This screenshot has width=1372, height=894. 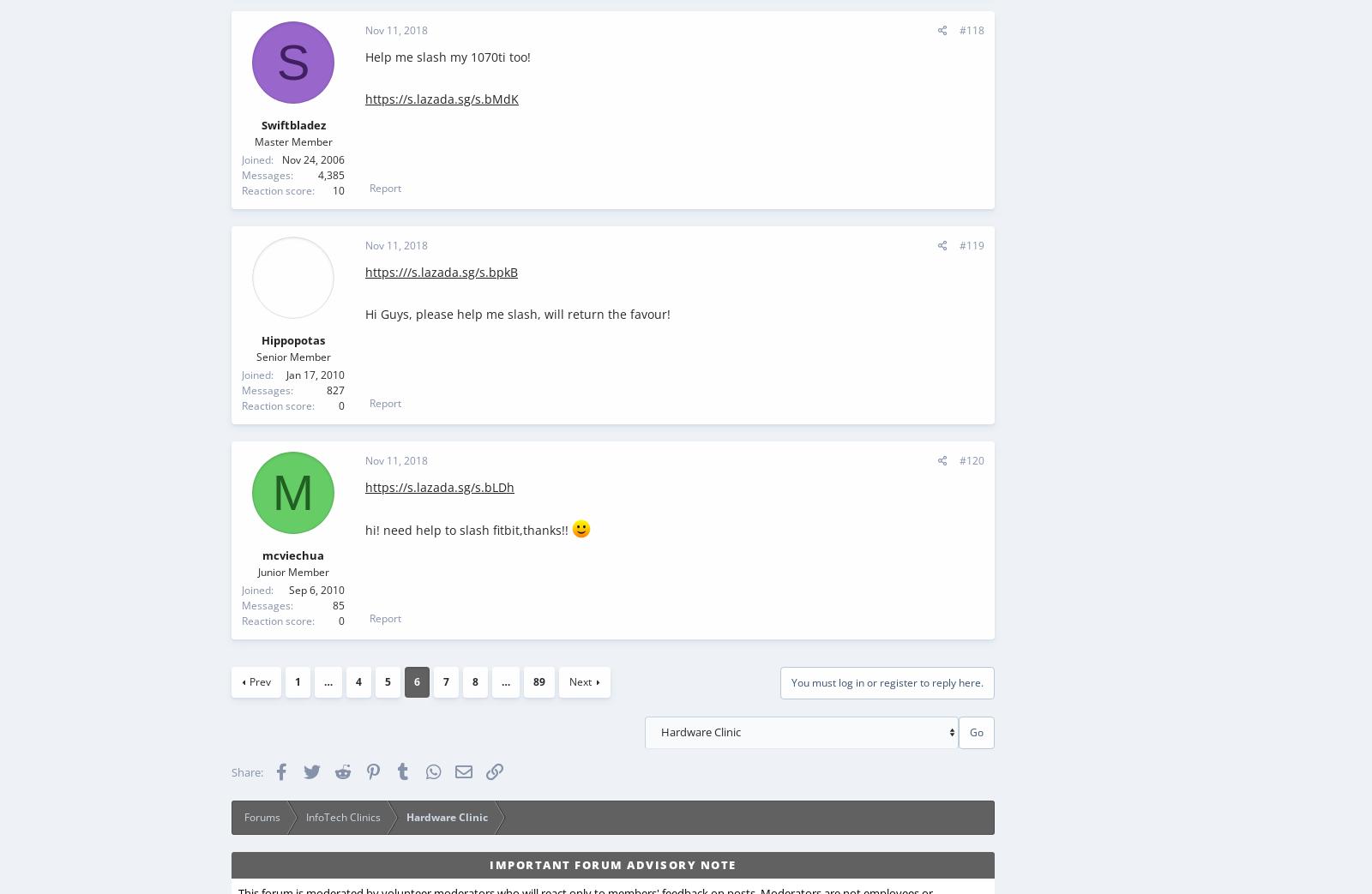 I want to click on '4', so click(x=358, y=680).